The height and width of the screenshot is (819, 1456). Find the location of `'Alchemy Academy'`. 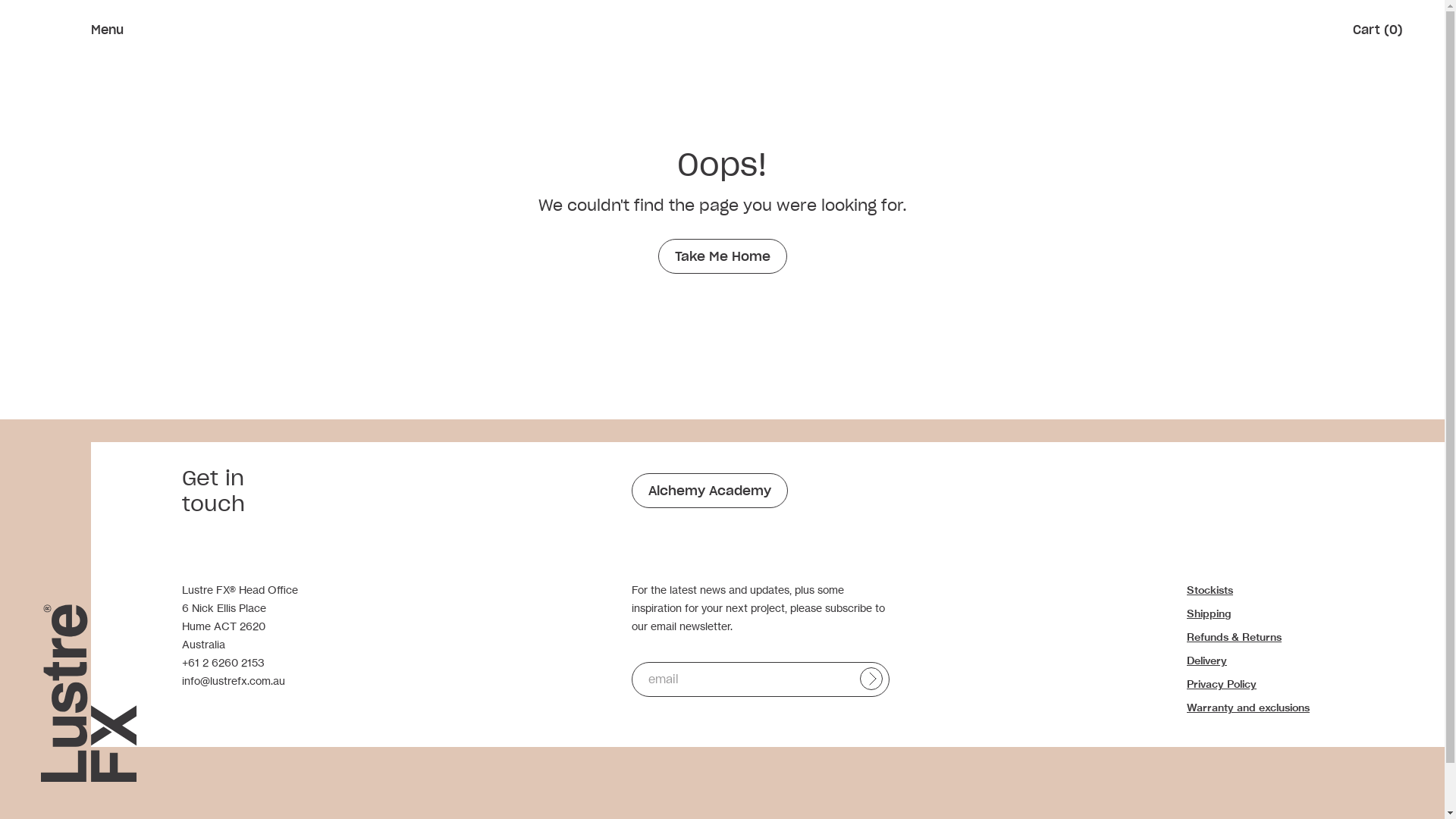

'Alchemy Academy' is located at coordinates (708, 491).